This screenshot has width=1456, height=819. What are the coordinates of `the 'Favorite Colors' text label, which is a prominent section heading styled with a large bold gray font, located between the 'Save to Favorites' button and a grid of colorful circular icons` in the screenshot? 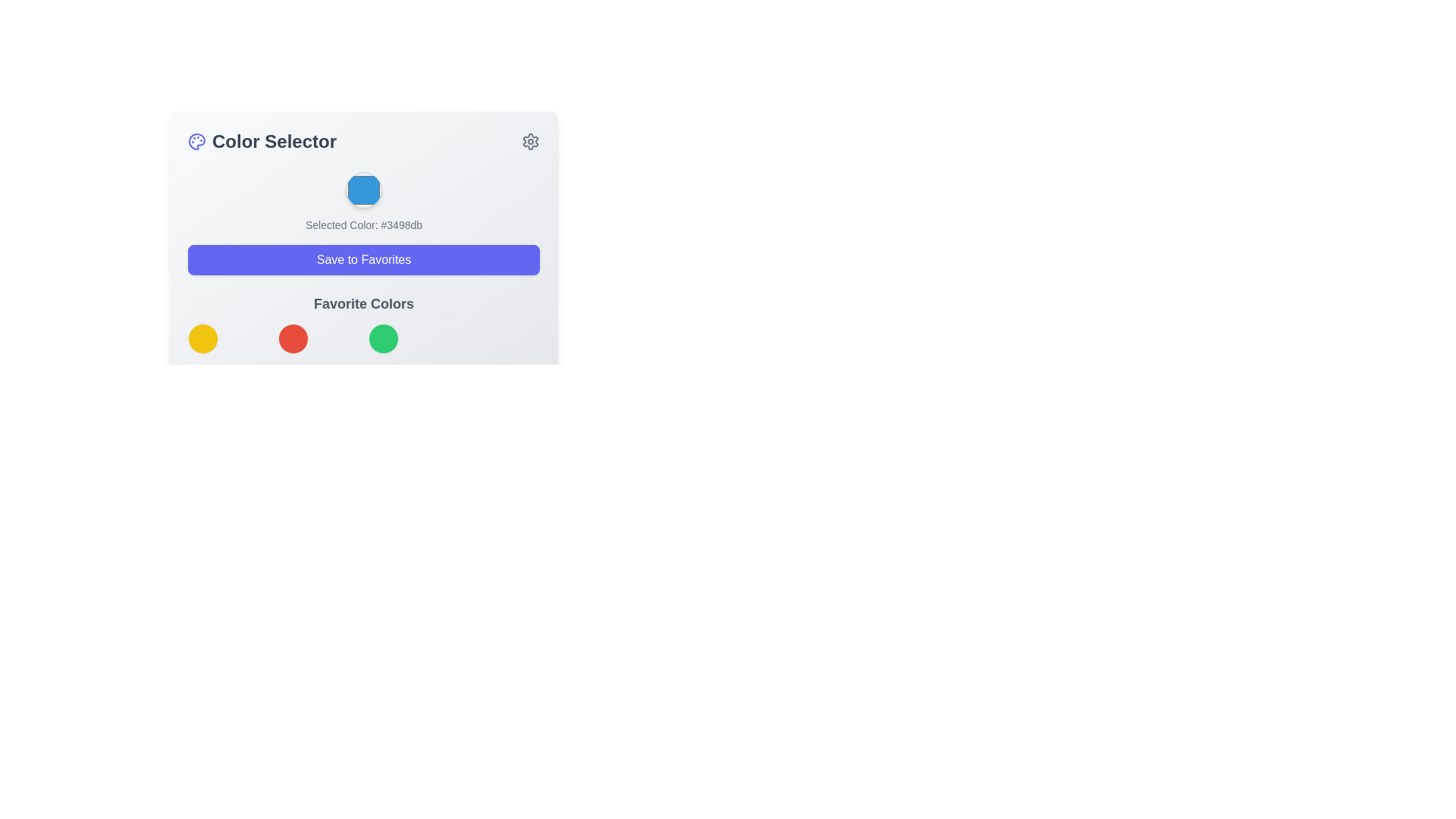 It's located at (364, 304).